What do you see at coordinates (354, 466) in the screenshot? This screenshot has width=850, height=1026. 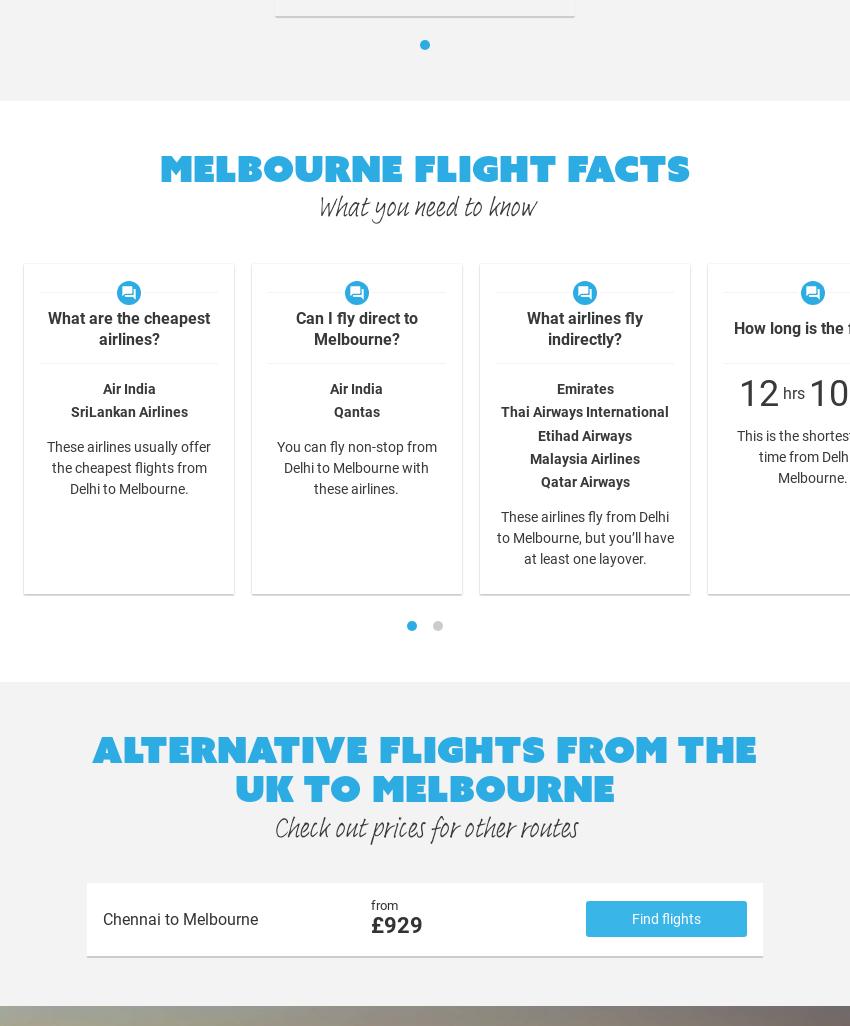 I see `'You can fly non-stop from Delhi to Melbourne with these airlines.'` at bounding box center [354, 466].